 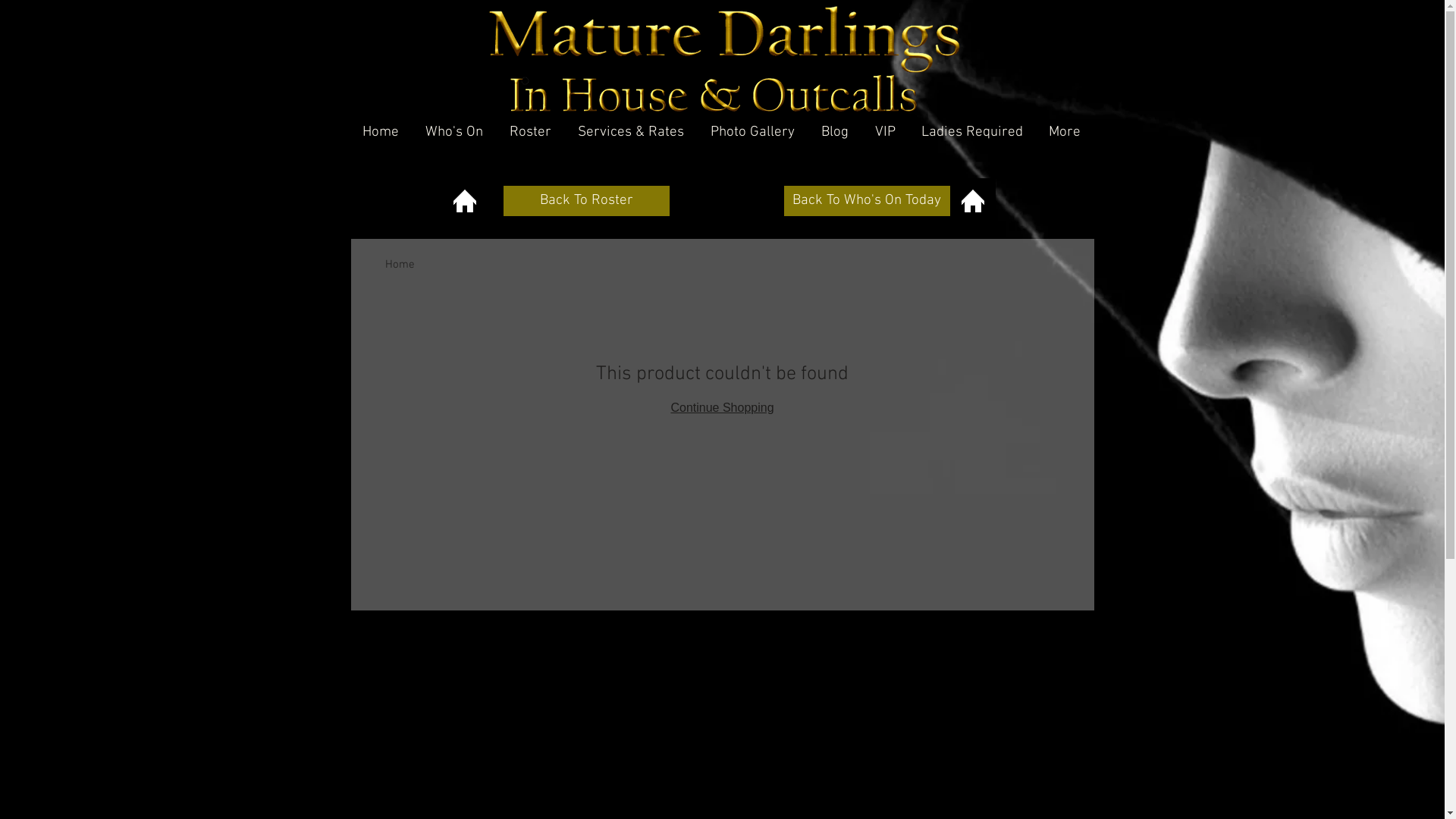 What do you see at coordinates (381, 131) in the screenshot?
I see `'Home'` at bounding box center [381, 131].